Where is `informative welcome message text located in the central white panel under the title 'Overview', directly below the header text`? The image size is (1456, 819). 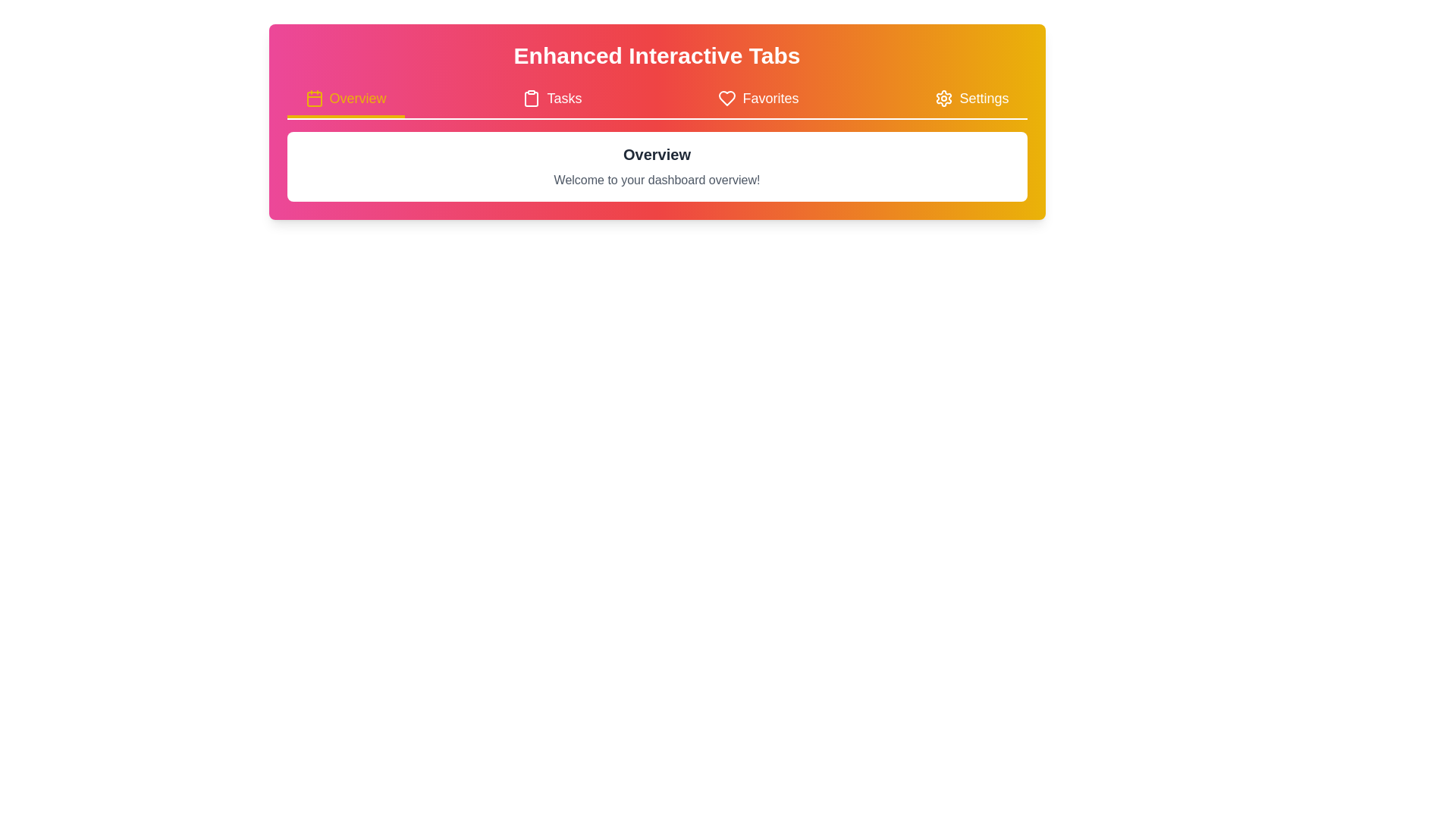
informative welcome message text located in the central white panel under the title 'Overview', directly below the header text is located at coordinates (657, 180).